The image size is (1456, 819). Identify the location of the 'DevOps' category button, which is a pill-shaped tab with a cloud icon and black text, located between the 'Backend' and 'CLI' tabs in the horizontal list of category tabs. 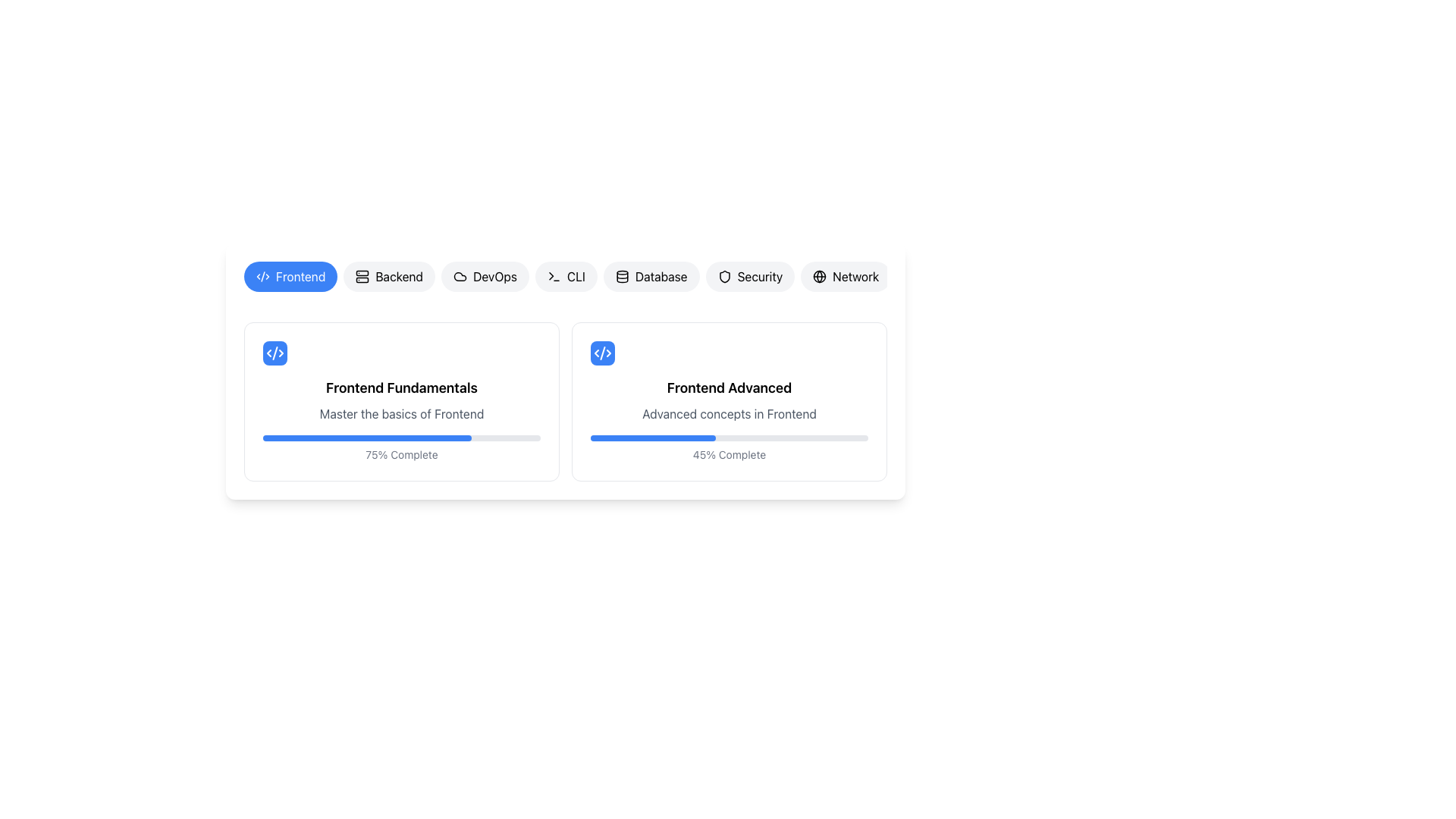
(484, 277).